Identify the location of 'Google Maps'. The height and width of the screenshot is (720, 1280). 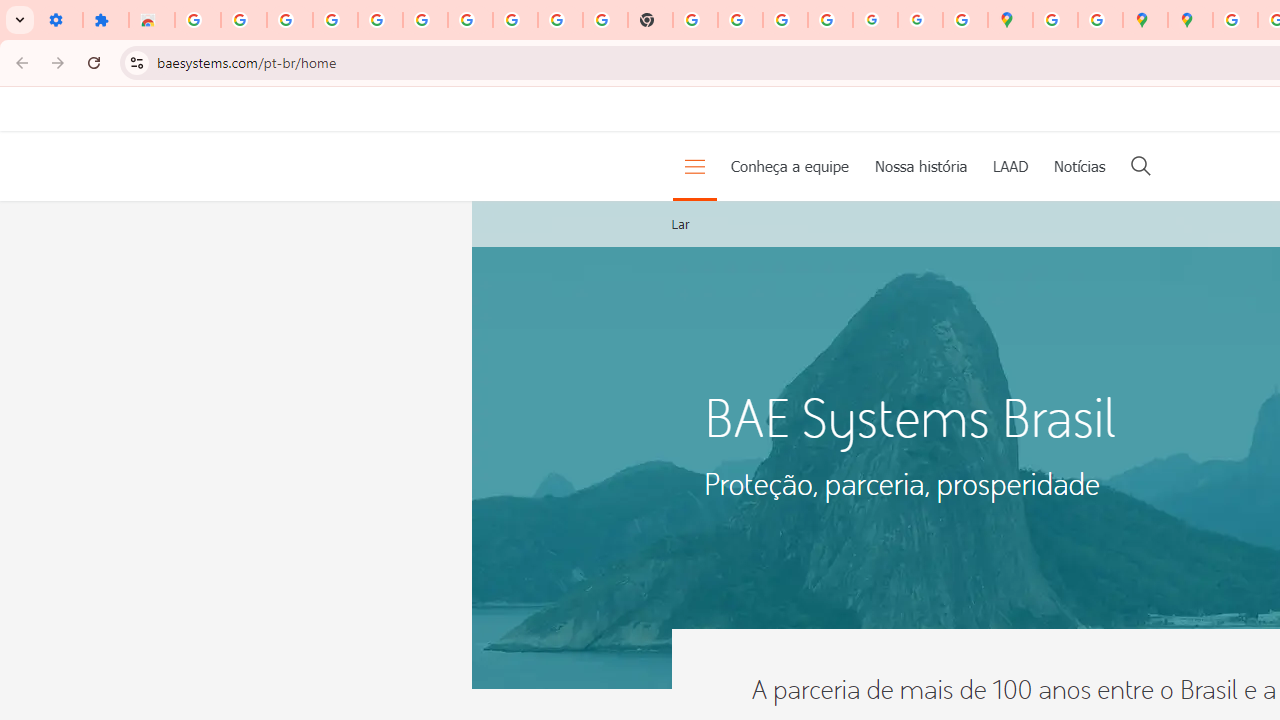
(1010, 20).